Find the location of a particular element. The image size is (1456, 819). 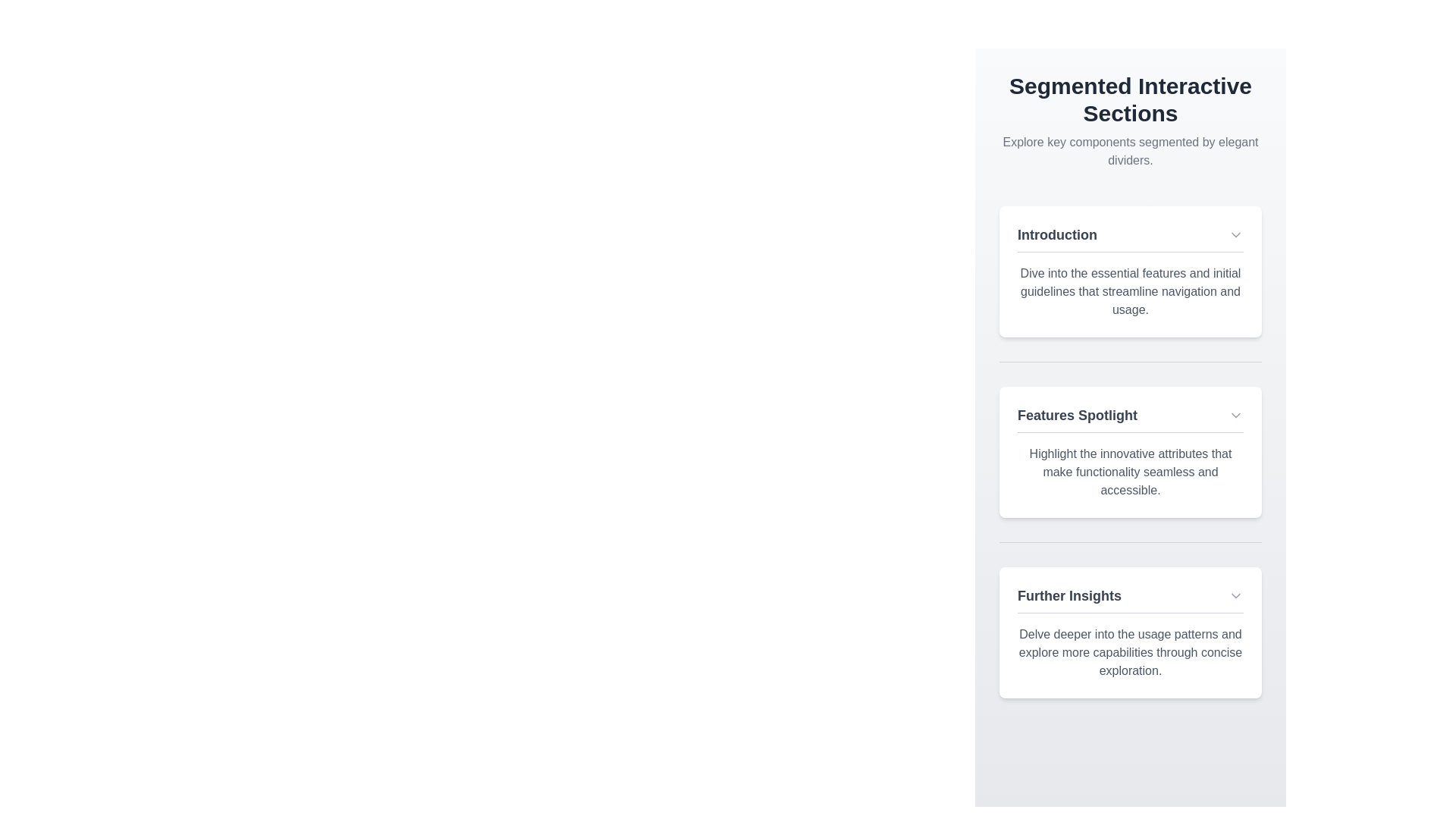

the Separator Line located between the 'Features Spotlight' section and the 'Further Insights' section to visually separate these two areas is located at coordinates (1131, 541).